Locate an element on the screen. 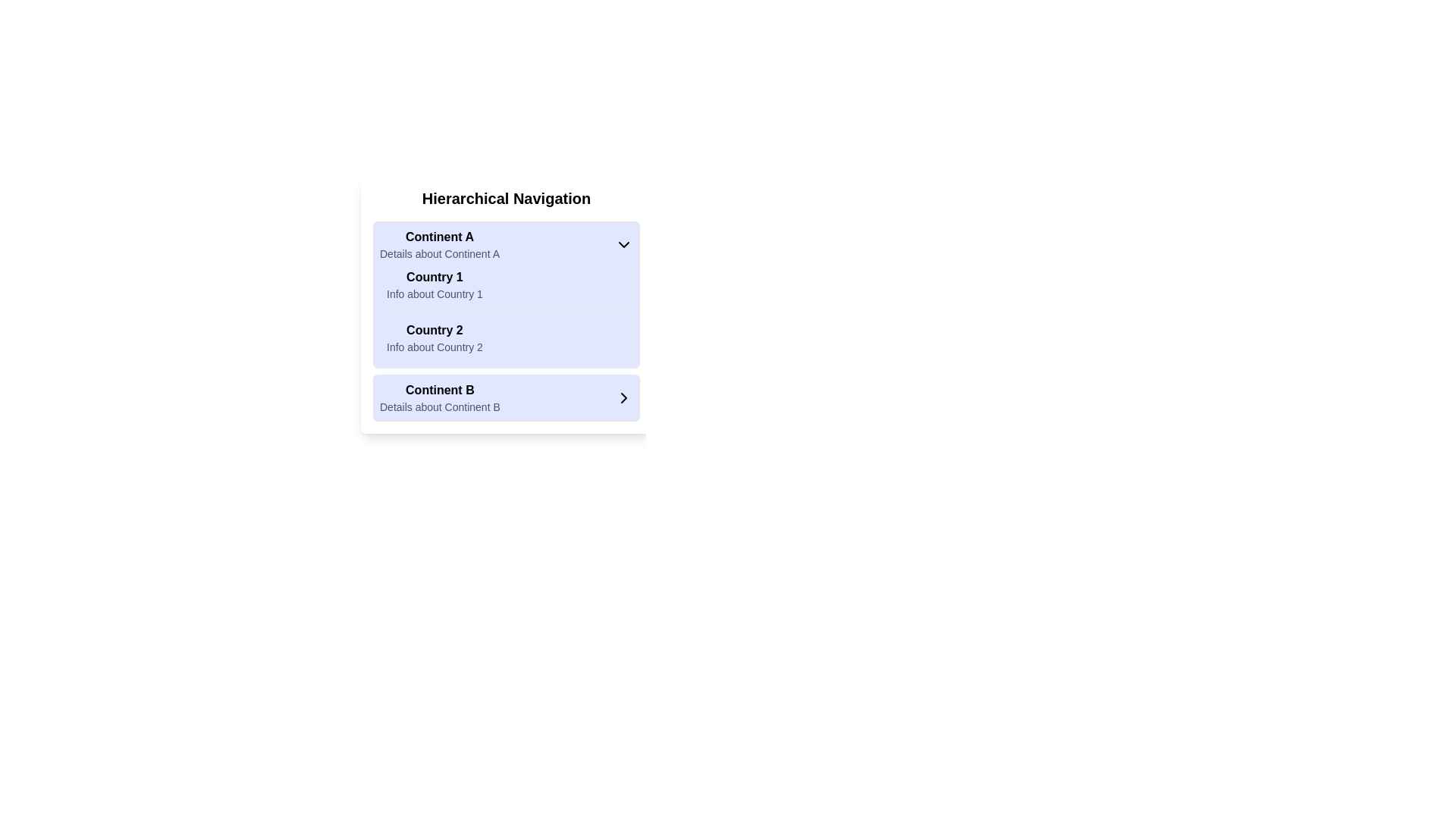 This screenshot has height=819, width=1456. the Text block representing 'Continent B' in the hierarchical navigation menu, which is located just below the 'Country 2' item is located at coordinates (439, 397).